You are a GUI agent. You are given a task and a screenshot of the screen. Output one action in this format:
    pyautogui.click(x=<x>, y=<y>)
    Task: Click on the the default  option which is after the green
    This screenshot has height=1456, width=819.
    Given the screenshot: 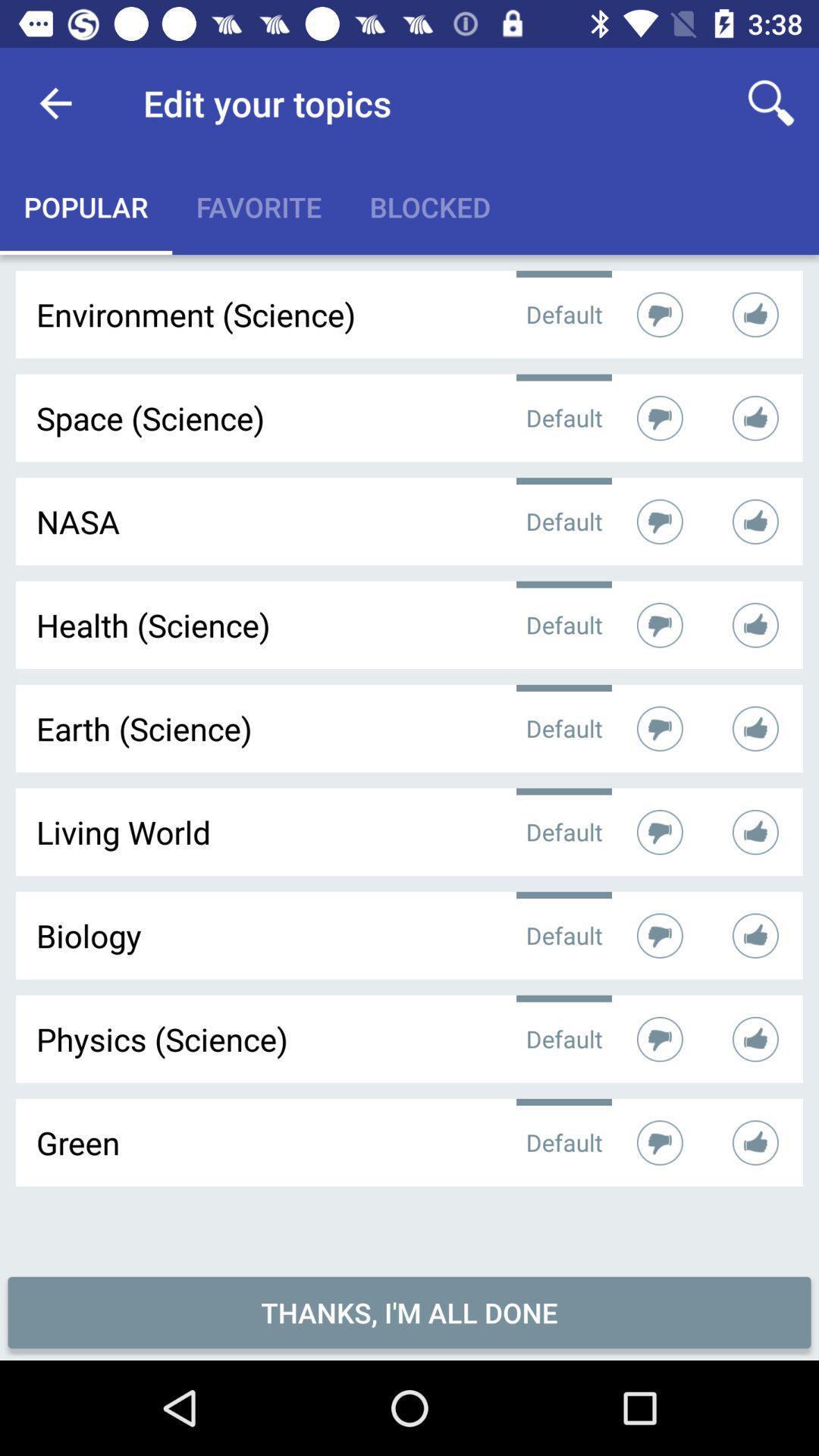 What is the action you would take?
    pyautogui.click(x=564, y=1143)
    